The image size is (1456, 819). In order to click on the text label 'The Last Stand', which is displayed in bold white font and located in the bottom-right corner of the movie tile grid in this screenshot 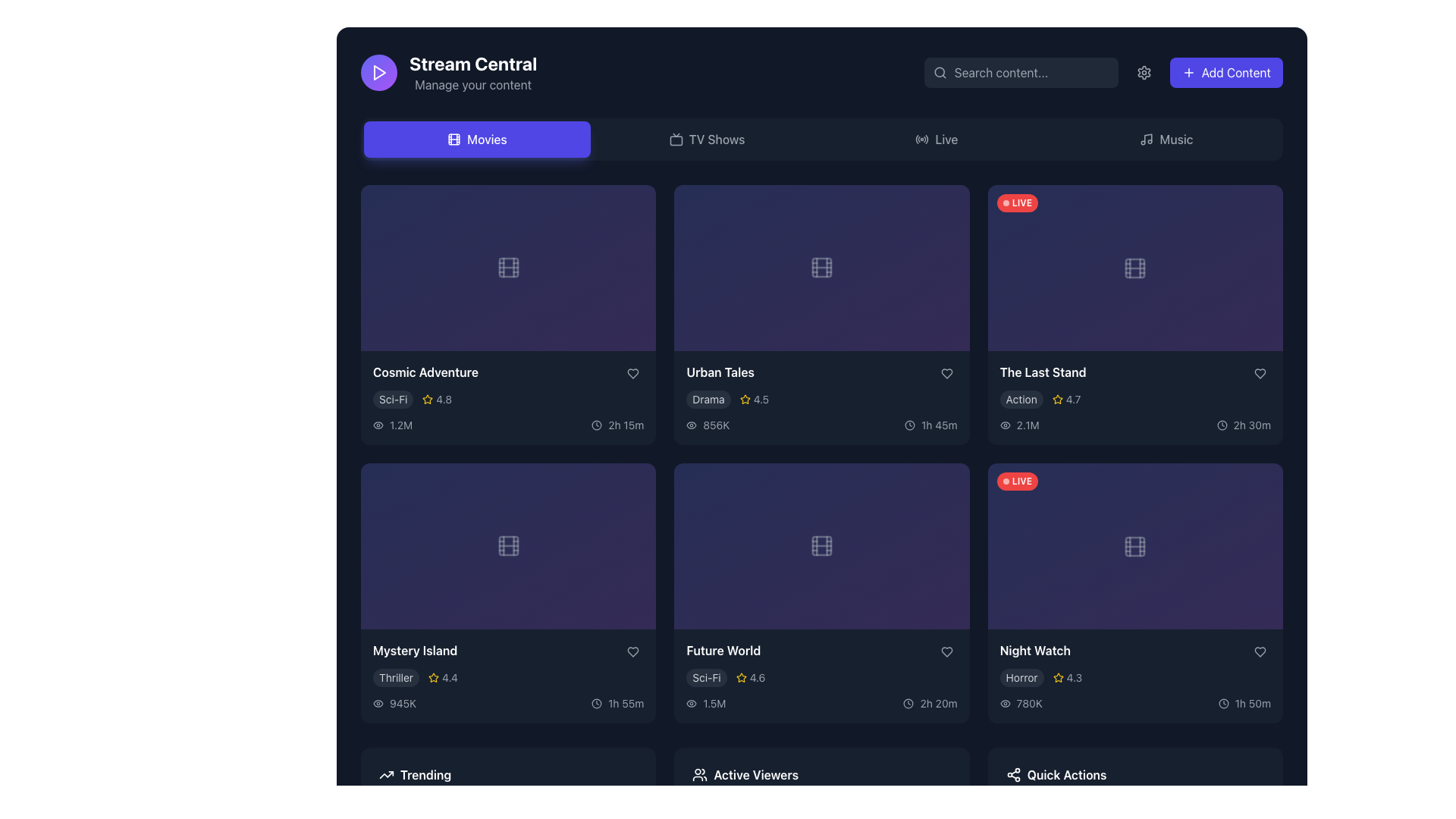, I will do `click(1042, 372)`.